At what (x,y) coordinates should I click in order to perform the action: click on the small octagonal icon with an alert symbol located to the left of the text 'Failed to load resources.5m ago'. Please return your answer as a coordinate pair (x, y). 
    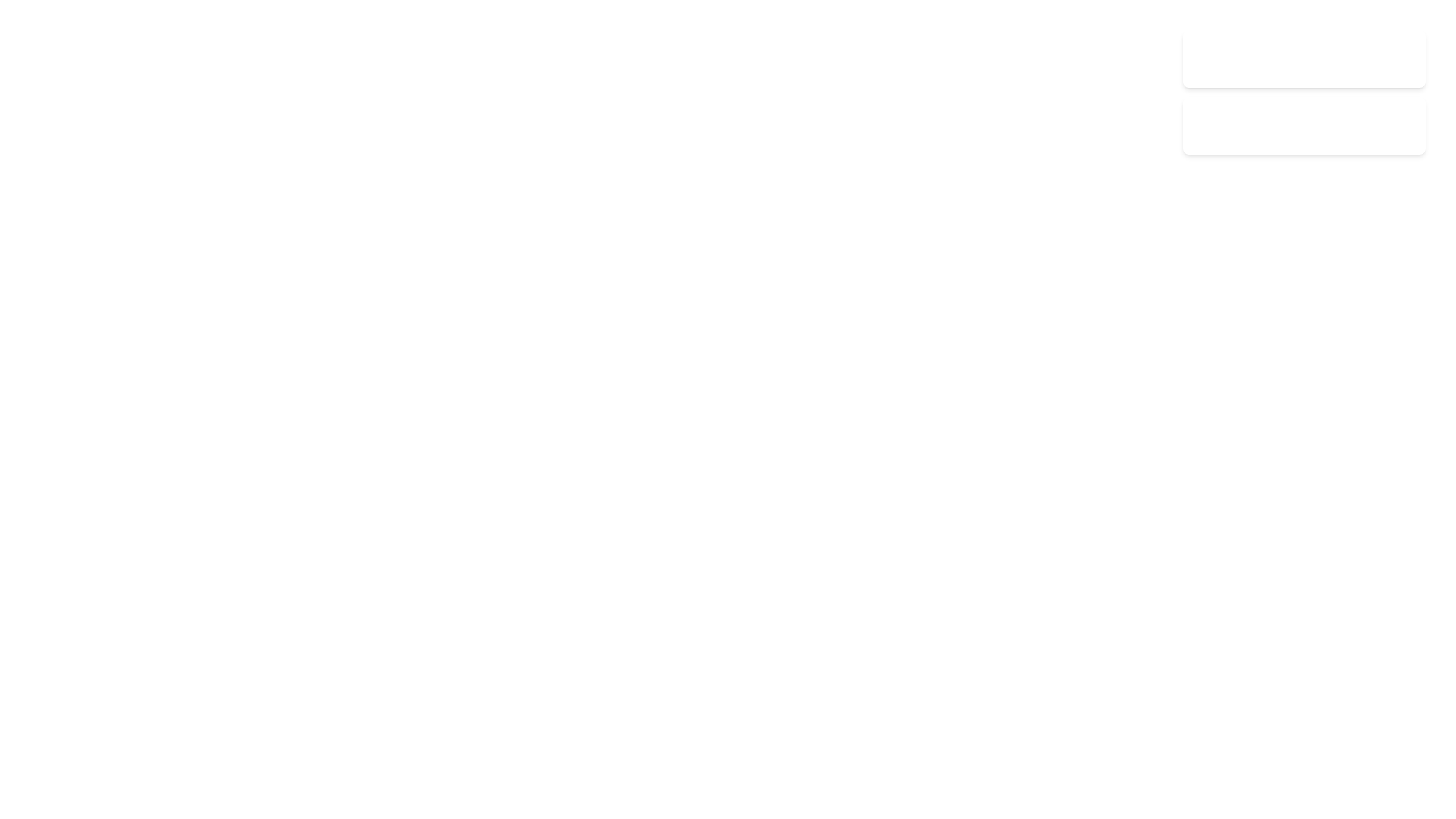
    Looking at the image, I should click on (1203, 124).